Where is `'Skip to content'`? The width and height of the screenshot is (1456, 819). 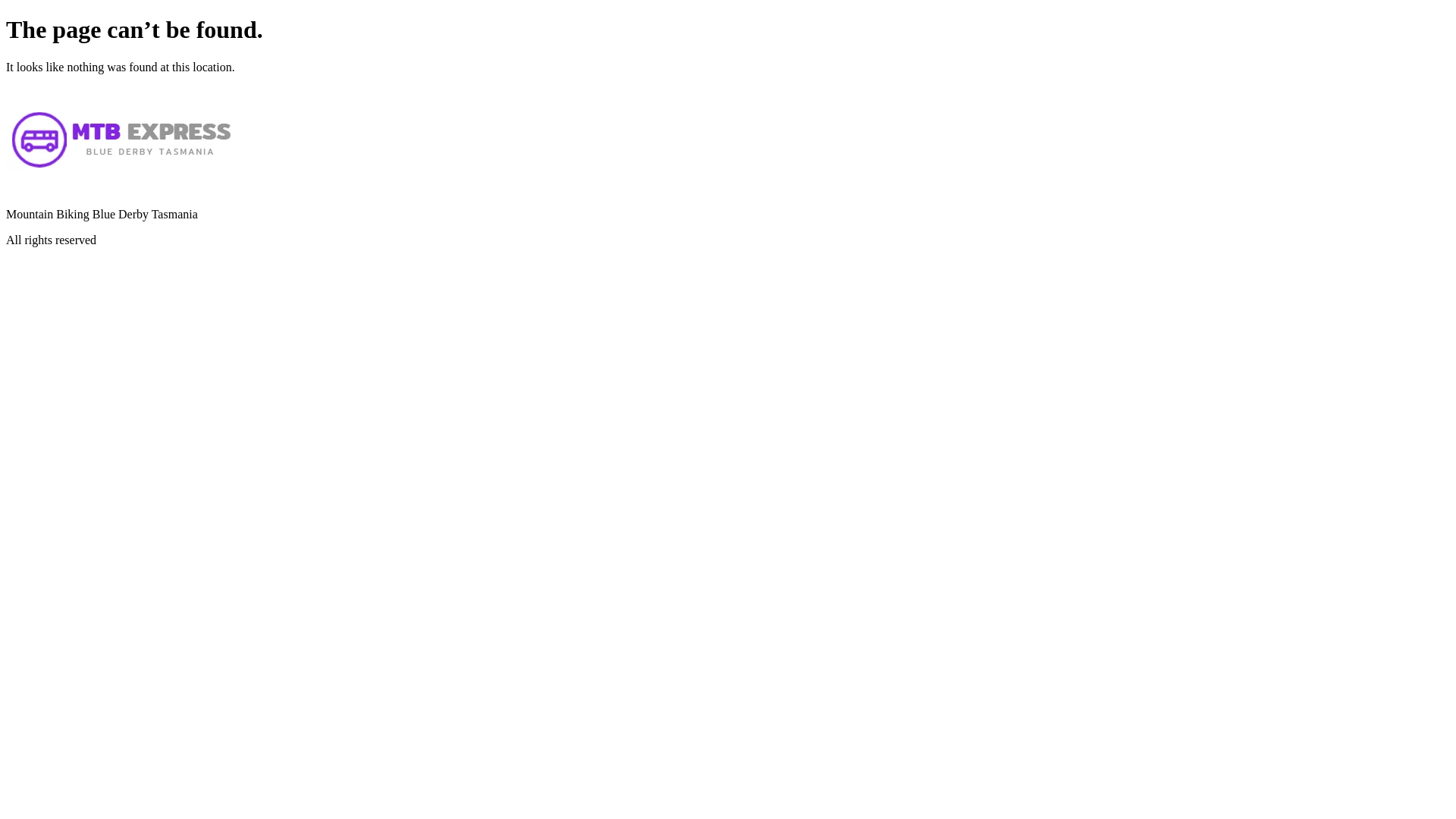 'Skip to content' is located at coordinates (5, 15).